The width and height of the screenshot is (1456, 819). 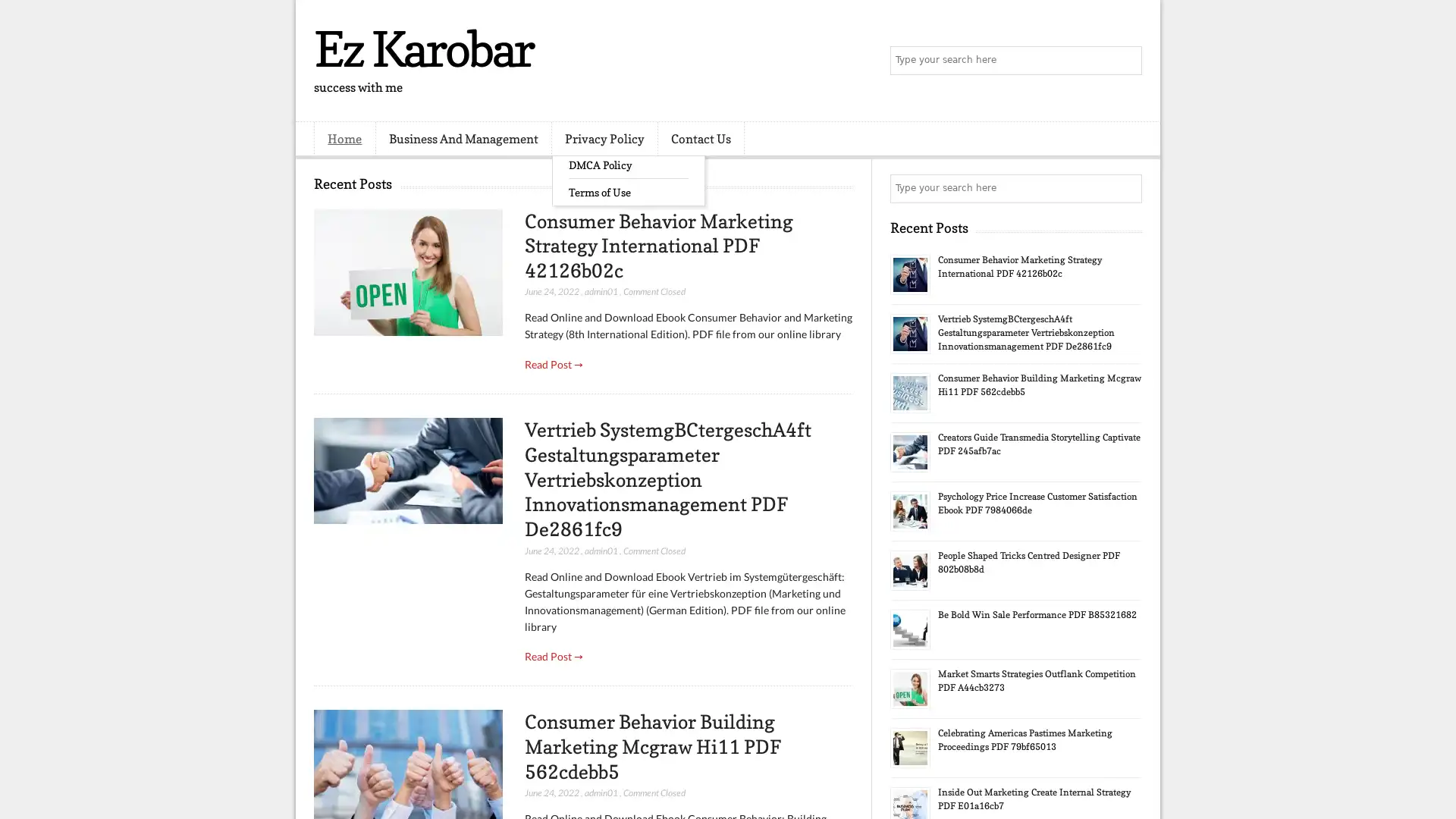 I want to click on Search, so click(x=1126, y=61).